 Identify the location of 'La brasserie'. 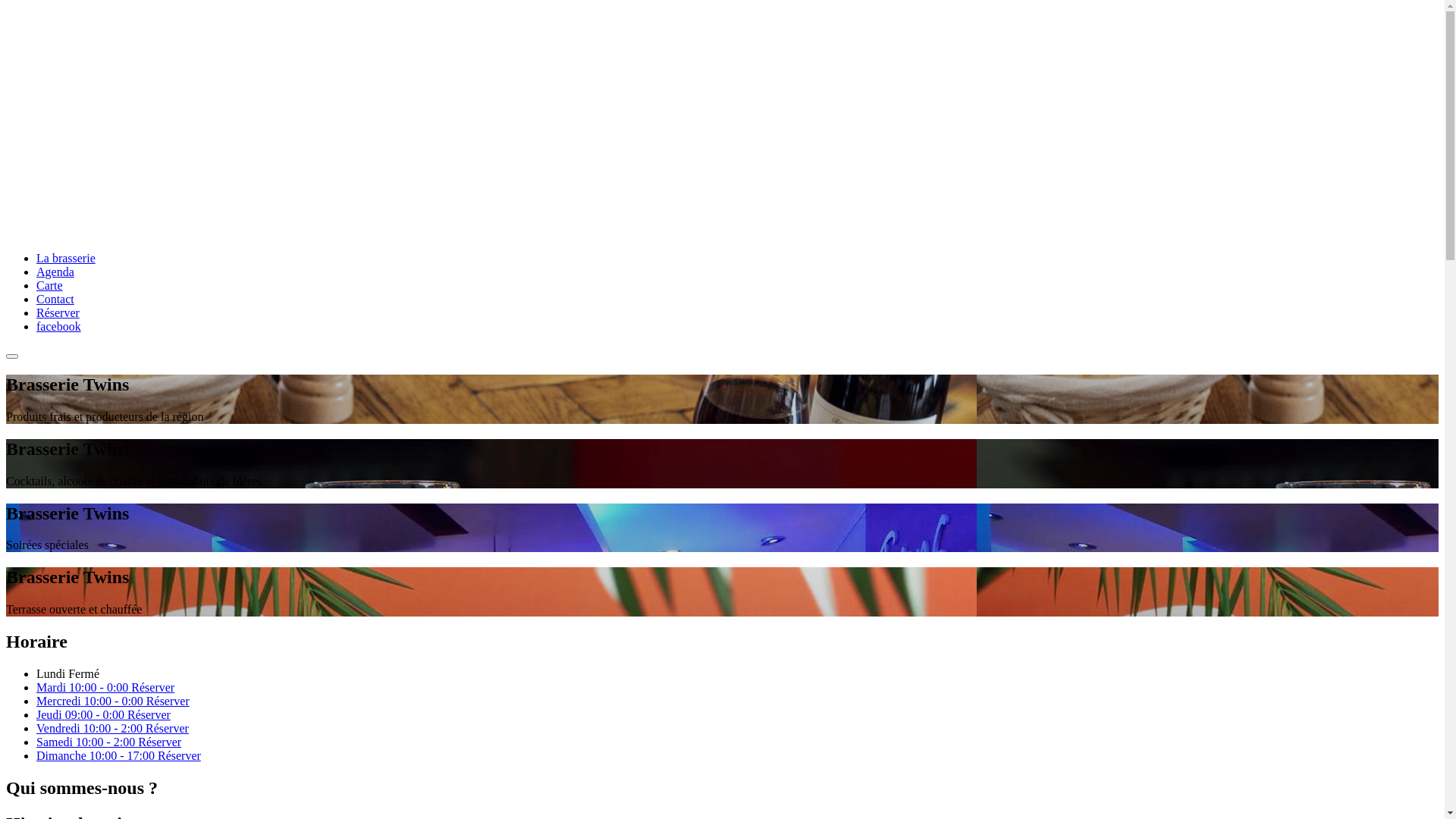
(36, 257).